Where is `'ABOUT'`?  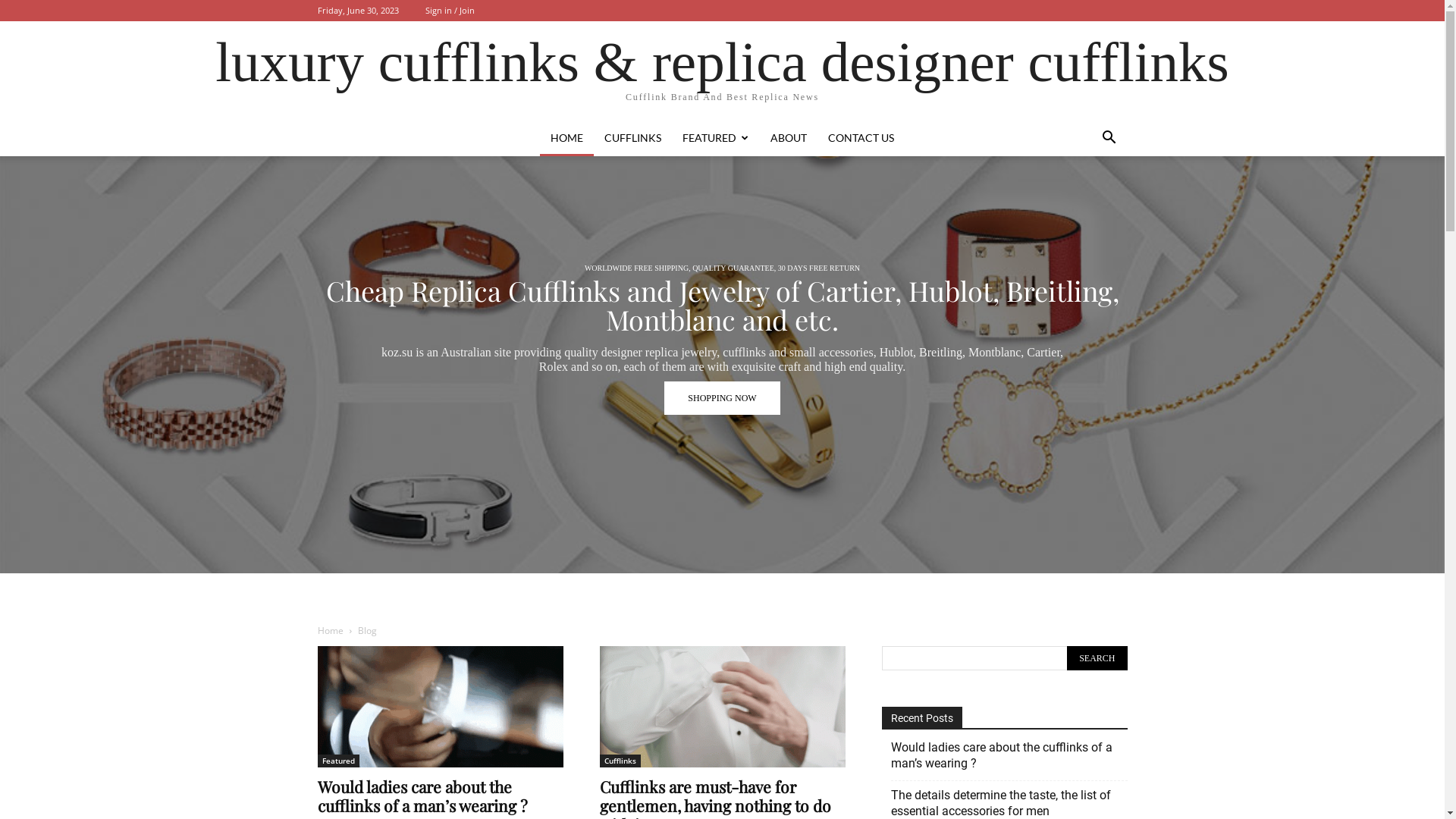
'ABOUT' is located at coordinates (789, 137).